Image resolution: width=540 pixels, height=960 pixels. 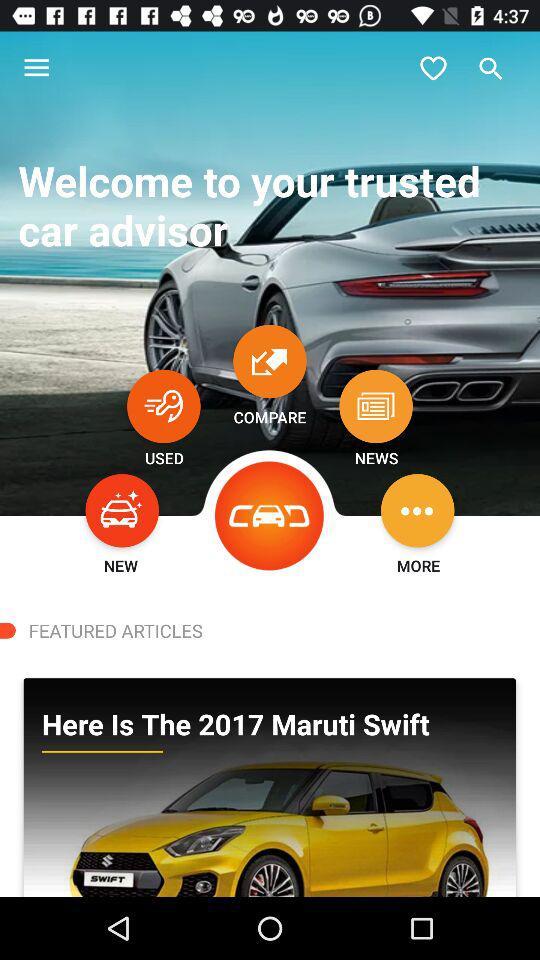 What do you see at coordinates (416, 509) in the screenshot?
I see `more` at bounding box center [416, 509].